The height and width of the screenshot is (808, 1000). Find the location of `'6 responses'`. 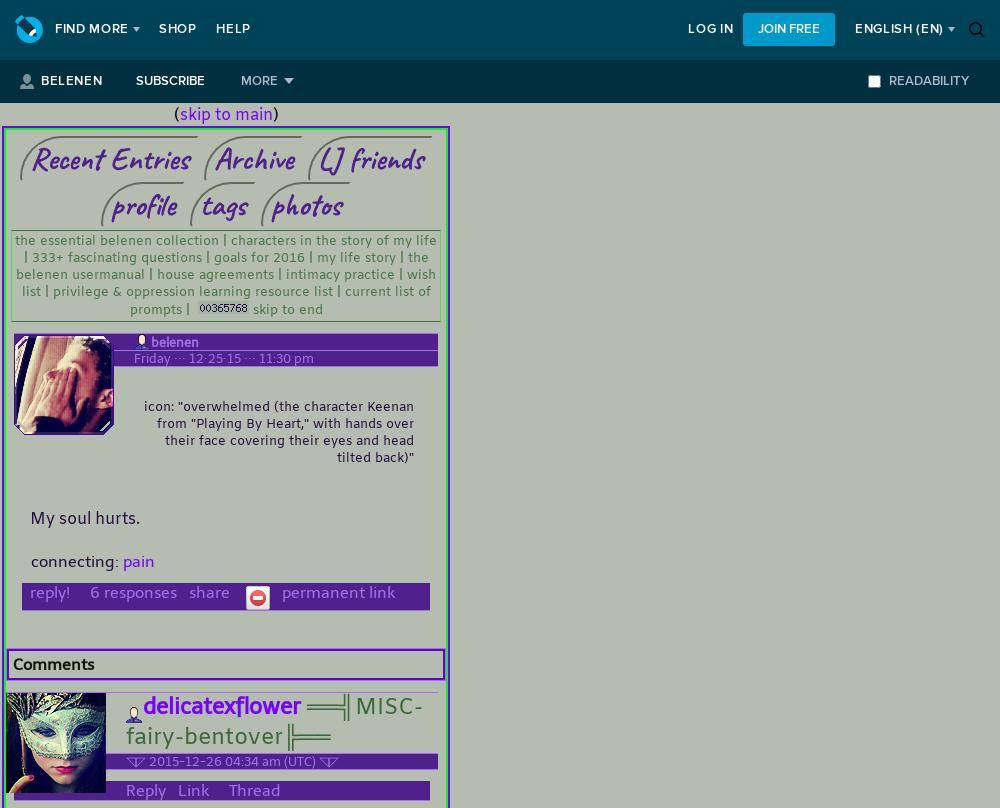

'6 responses' is located at coordinates (81, 591).